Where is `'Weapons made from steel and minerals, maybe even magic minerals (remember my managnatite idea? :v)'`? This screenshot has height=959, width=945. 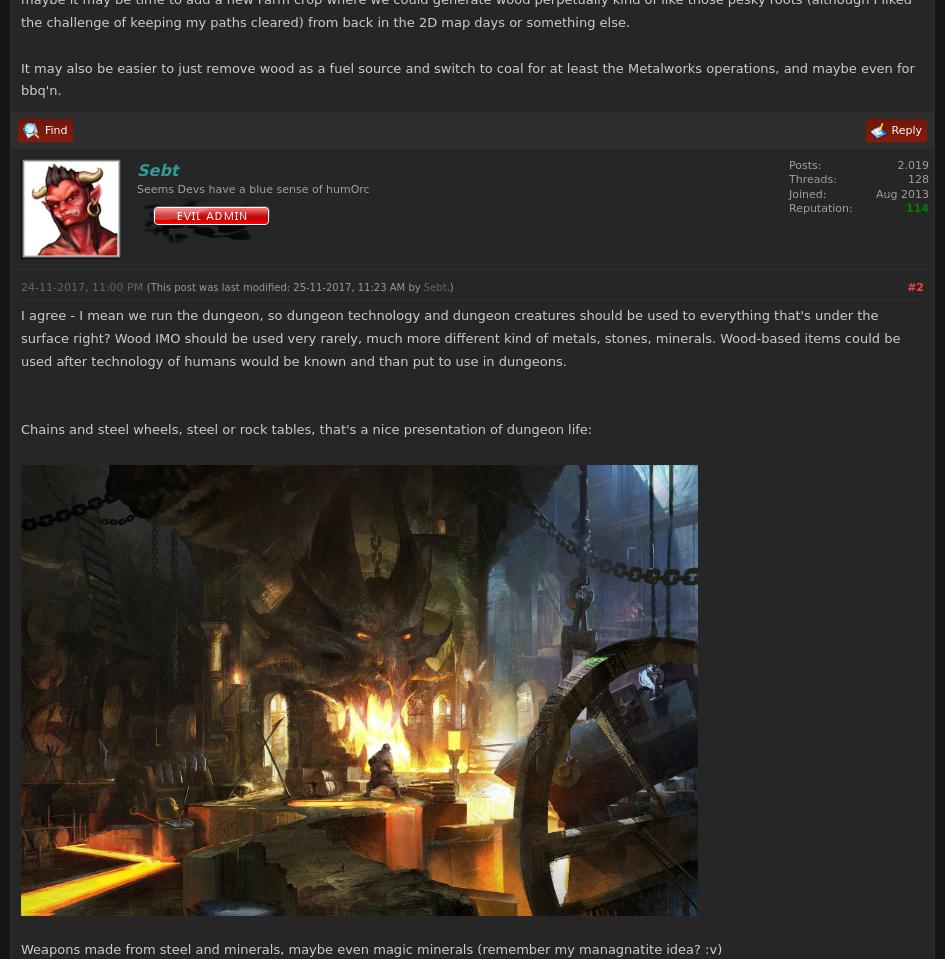 'Weapons made from steel and minerals, maybe even magic minerals (remember my managnatite idea? :v)' is located at coordinates (20, 948).